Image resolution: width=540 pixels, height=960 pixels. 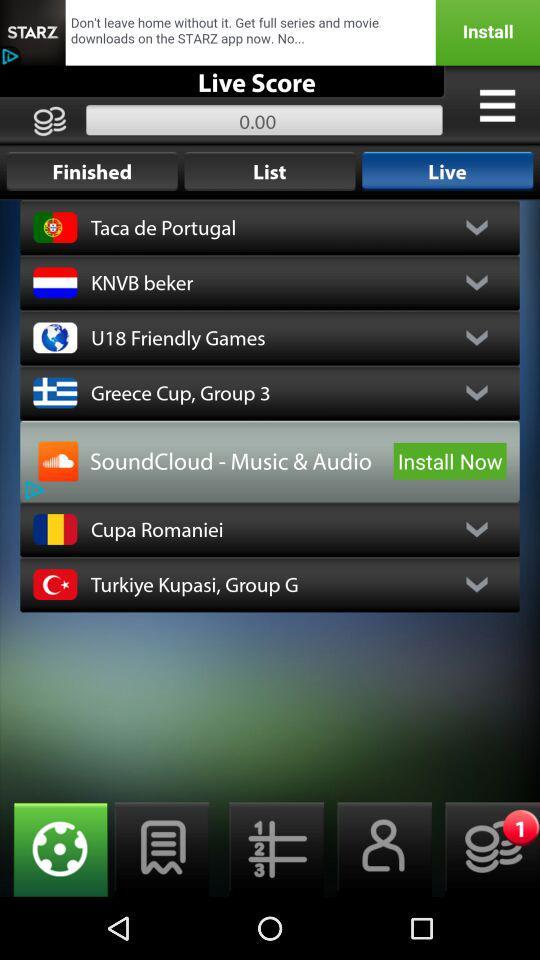 What do you see at coordinates (54, 848) in the screenshot?
I see `setting` at bounding box center [54, 848].